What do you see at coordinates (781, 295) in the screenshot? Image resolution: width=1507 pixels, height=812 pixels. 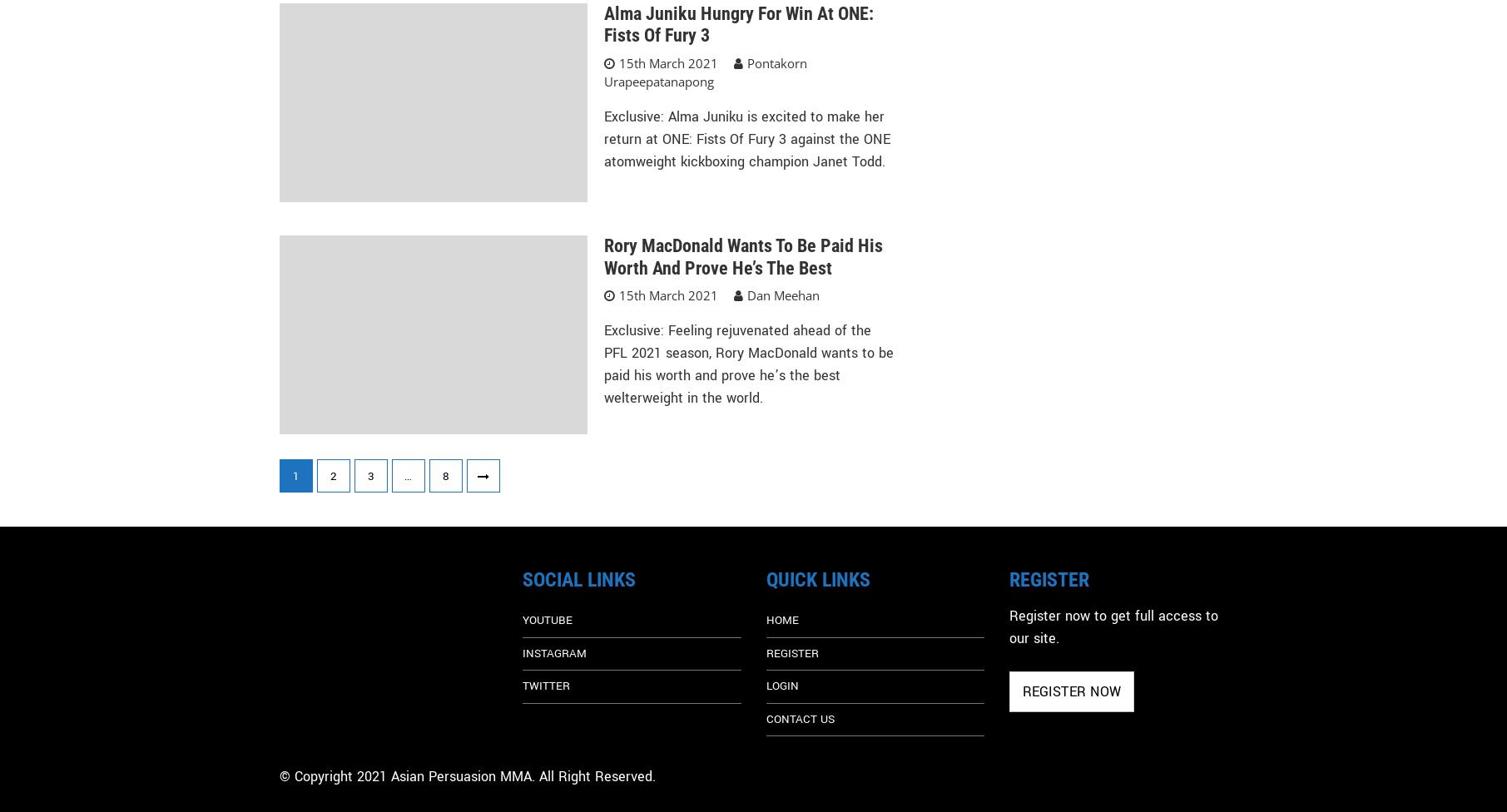 I see `'Dan Meehan'` at bounding box center [781, 295].